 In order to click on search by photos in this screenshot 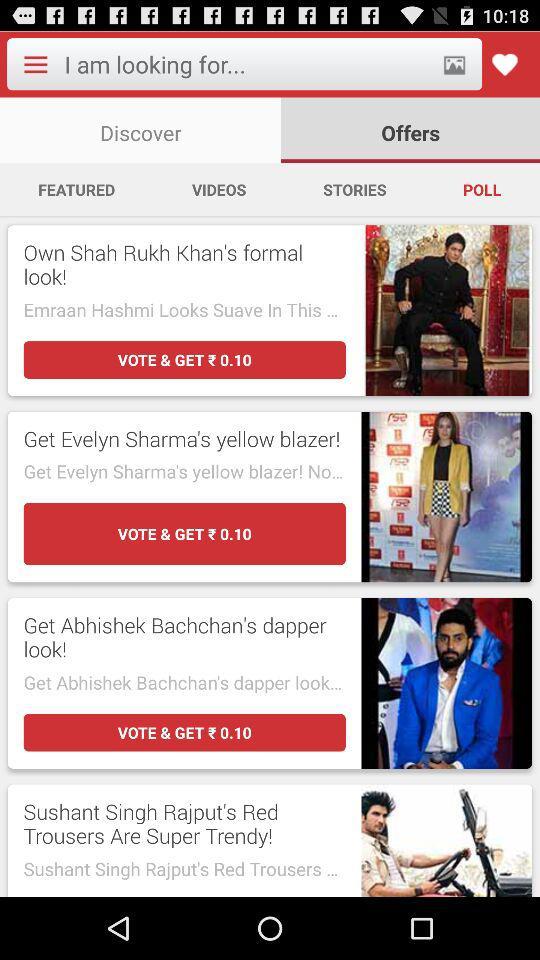, I will do `click(454, 64)`.